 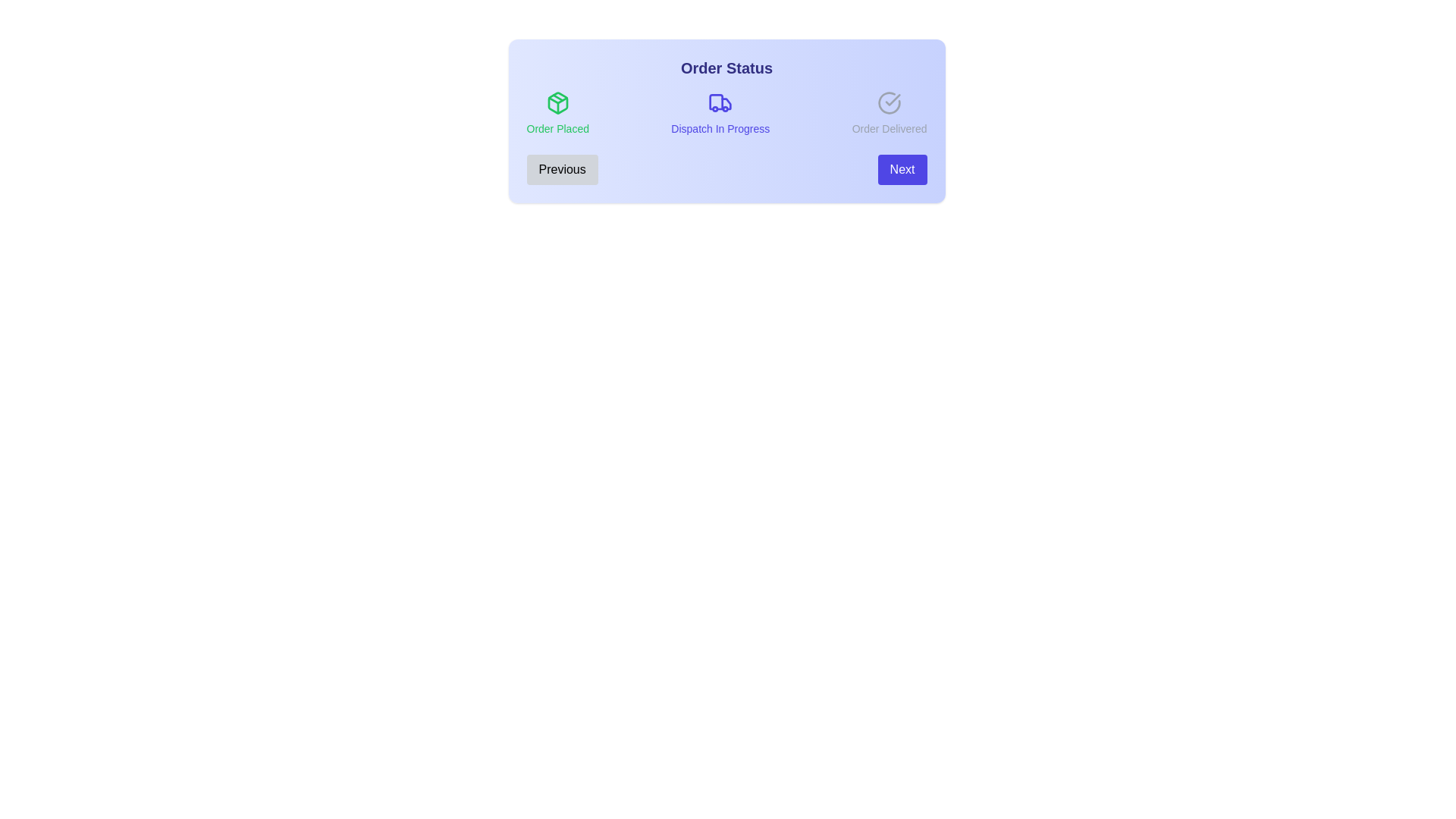 I want to click on the gray circular icon with a checkmark inside, located in the 'Order Delivered' section, positioned to the rightmost side of the status display area, so click(x=890, y=102).